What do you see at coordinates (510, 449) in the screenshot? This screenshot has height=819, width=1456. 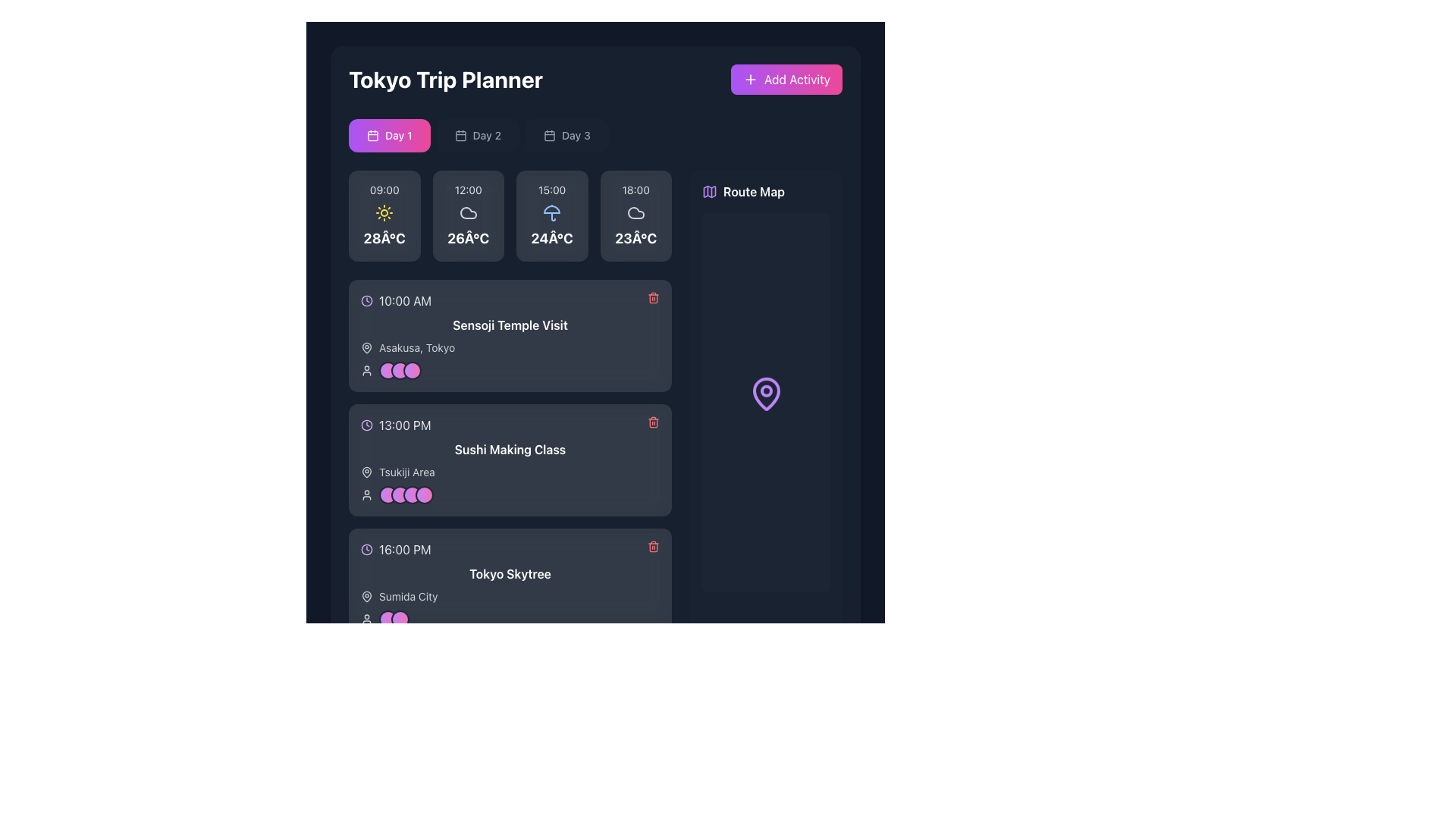 I see `text of the descriptive label situated in the activity card for '13:00 PM', located below the time and above the location 'Tsukiji Area'` at bounding box center [510, 449].